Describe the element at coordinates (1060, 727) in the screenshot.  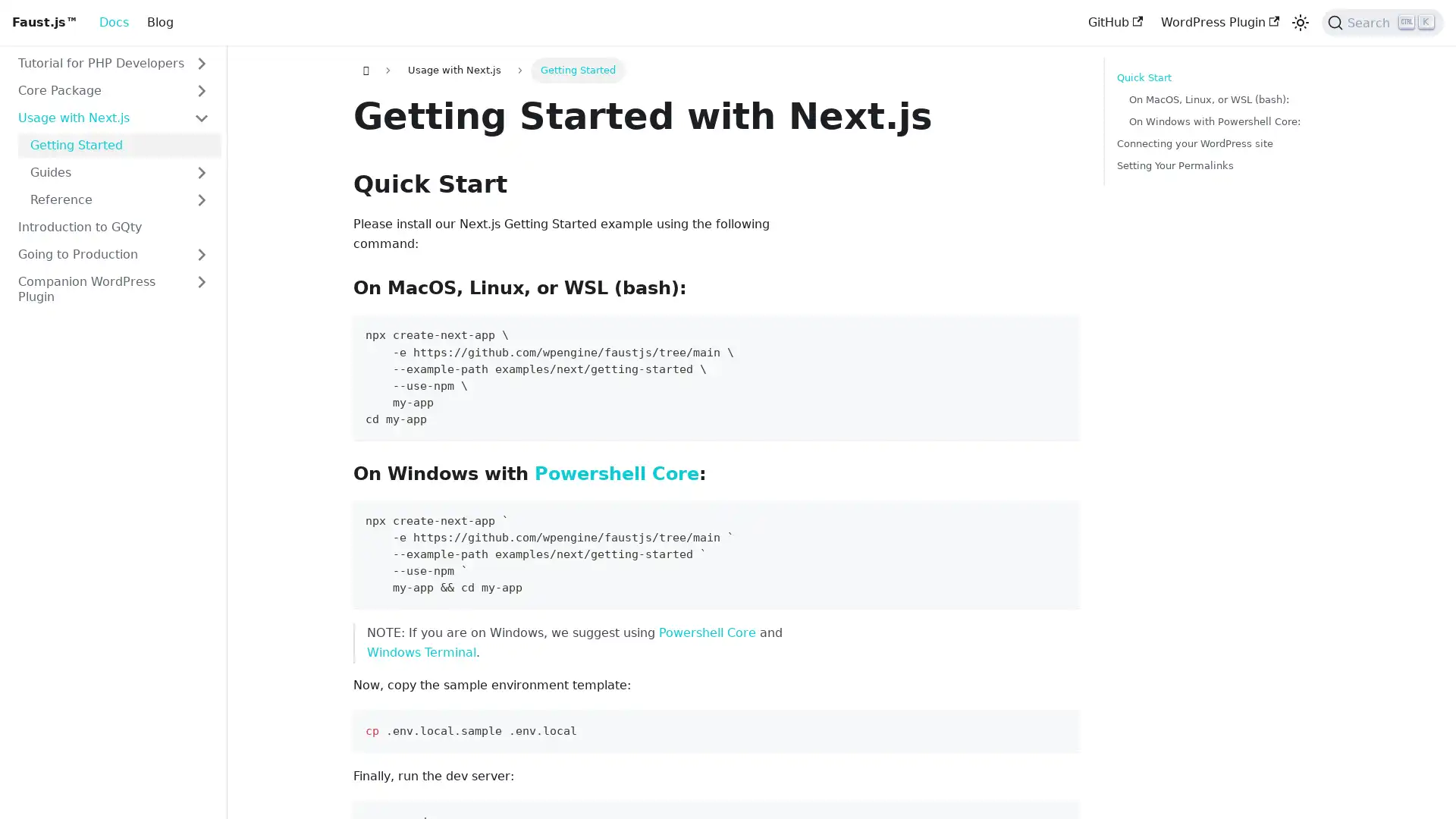
I see `Copy code to clipboard` at that location.